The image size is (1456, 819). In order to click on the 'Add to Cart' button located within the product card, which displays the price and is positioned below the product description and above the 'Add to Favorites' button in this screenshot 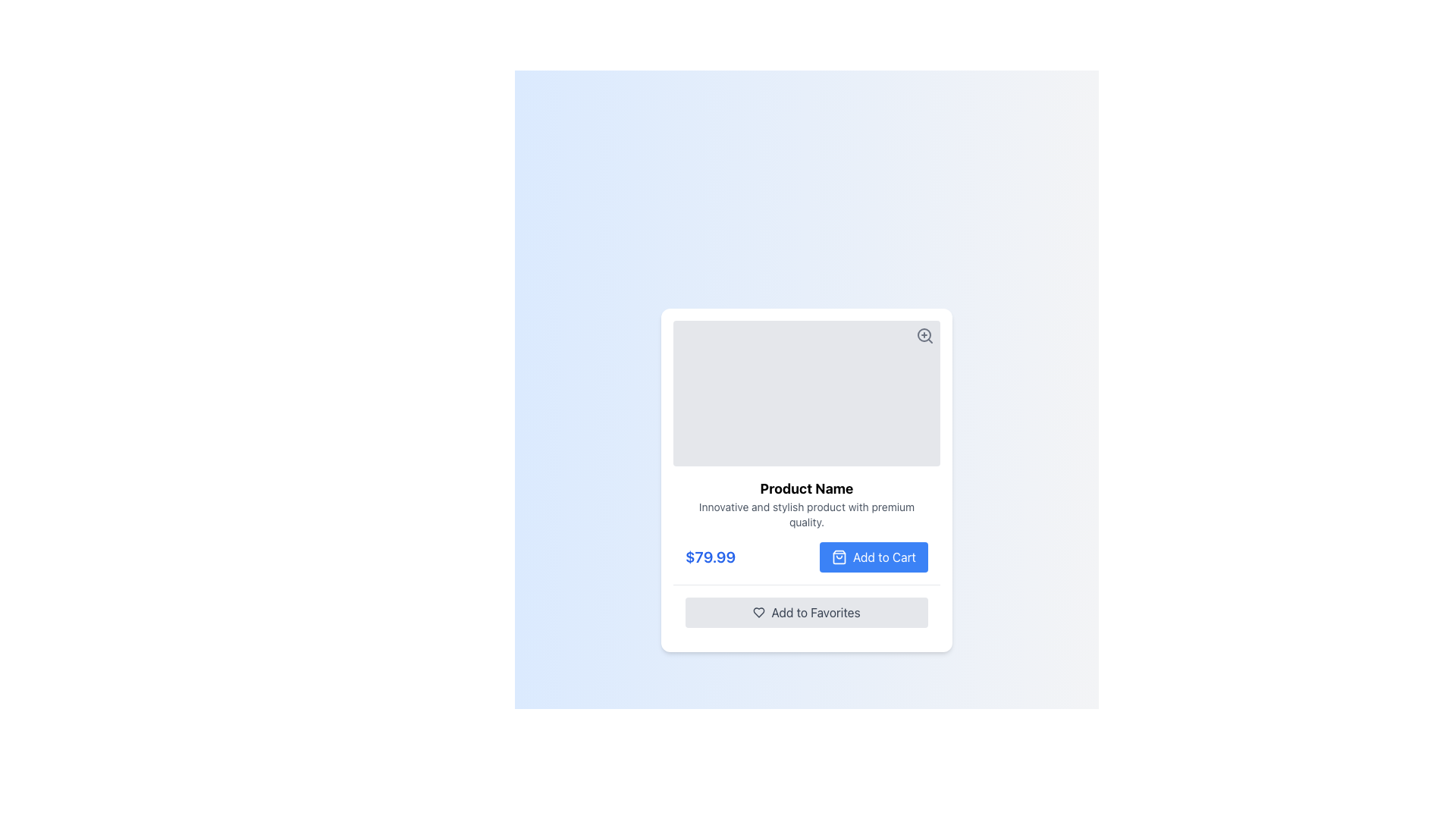, I will do `click(806, 557)`.